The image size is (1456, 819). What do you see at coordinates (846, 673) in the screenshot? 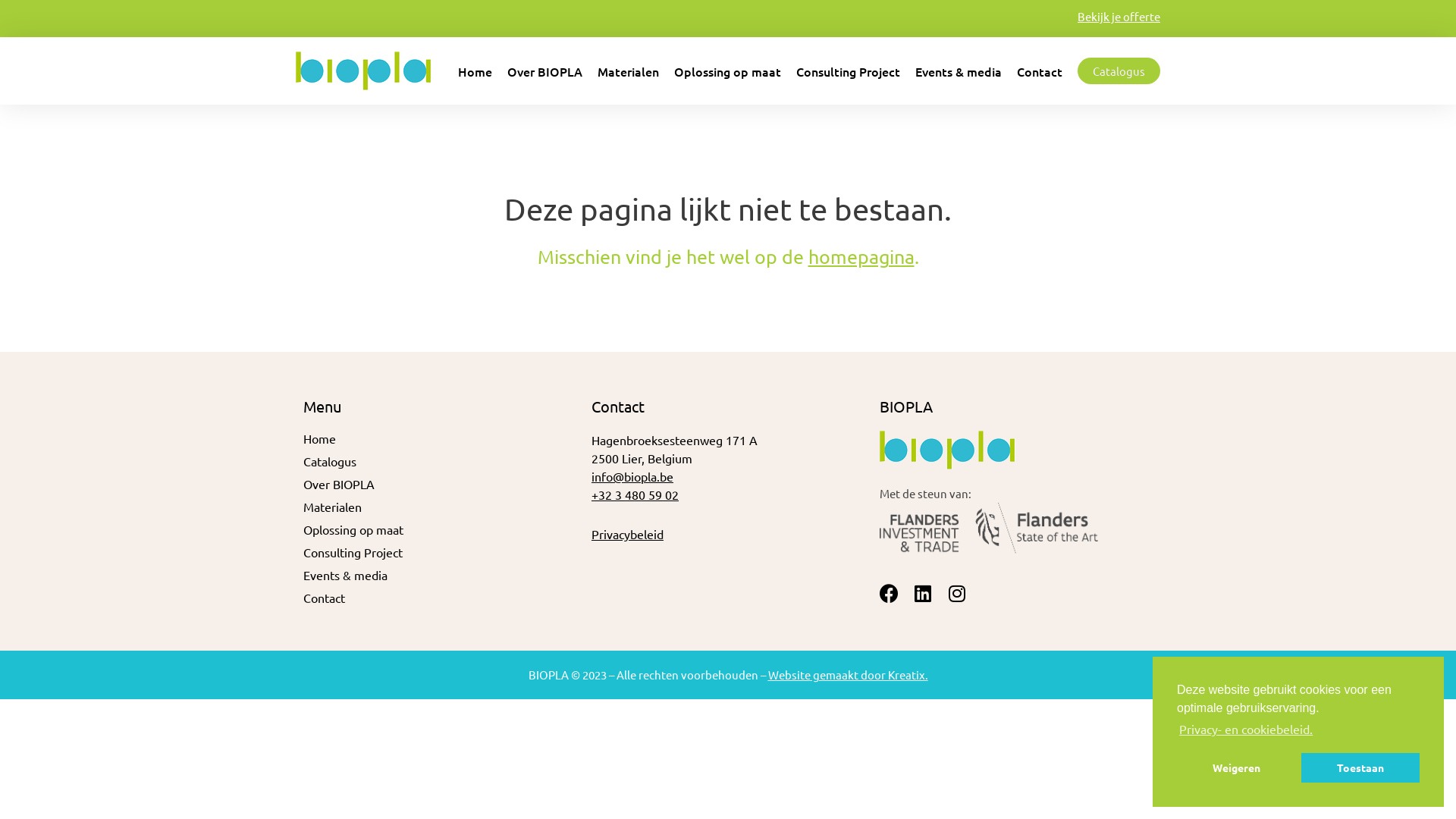
I see `'Website gemaakt door Kreatix.'` at bounding box center [846, 673].